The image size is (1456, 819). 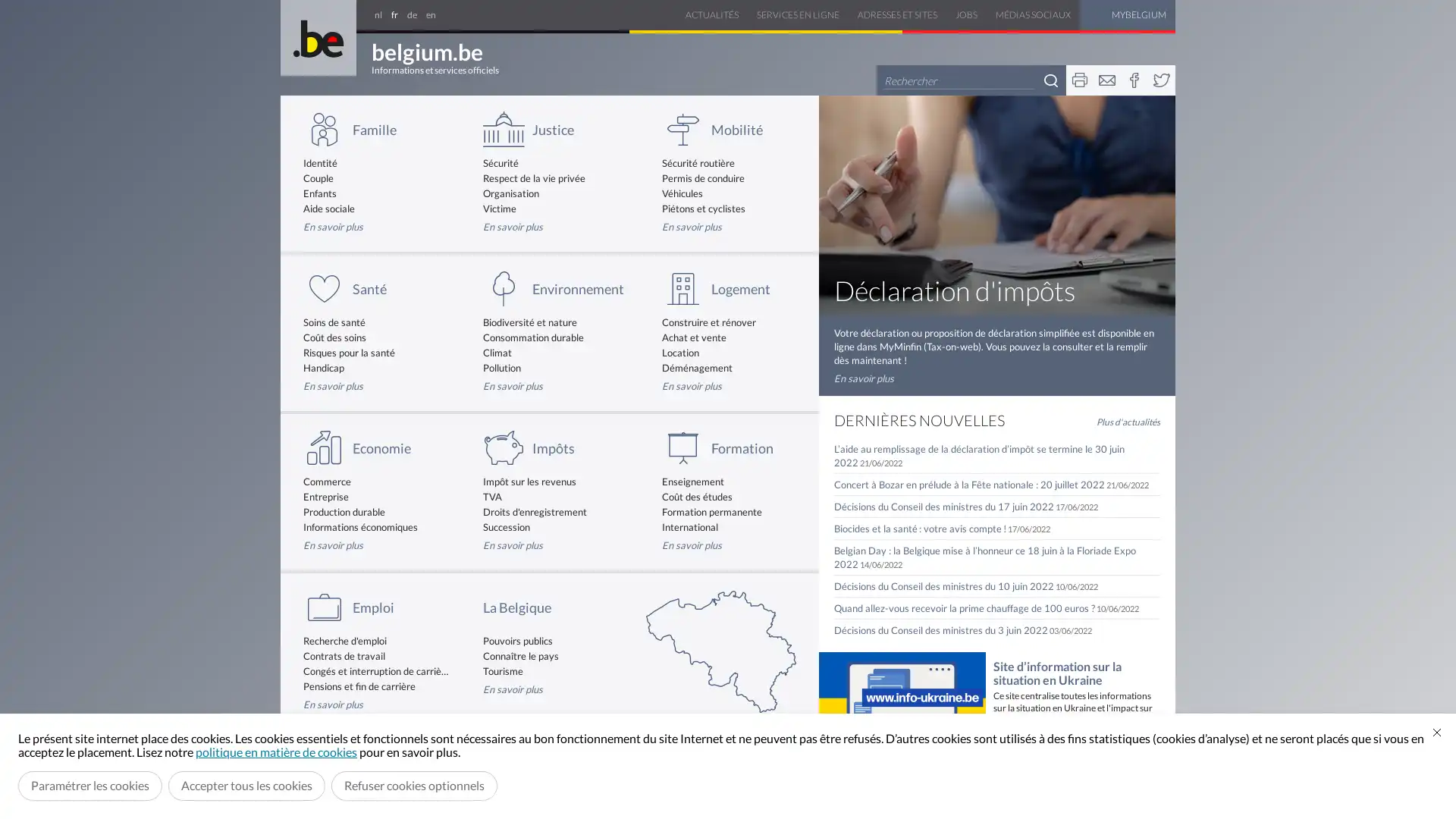 What do you see at coordinates (246, 785) in the screenshot?
I see `Accepter tous les cookies` at bounding box center [246, 785].